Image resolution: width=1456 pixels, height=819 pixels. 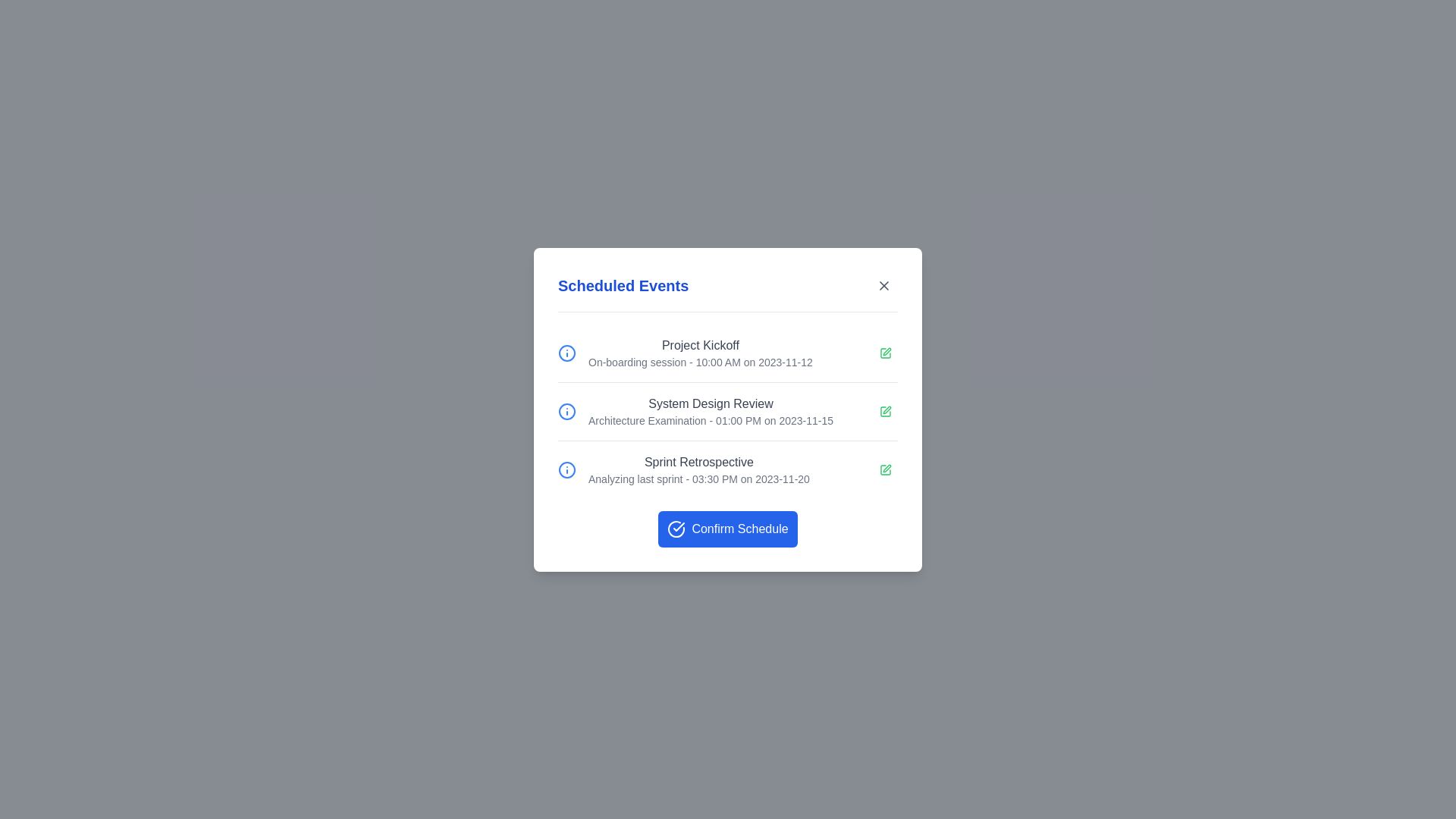 What do you see at coordinates (885, 353) in the screenshot?
I see `the interactive element Edit Button for Project Kickoff to observe its hover effect` at bounding box center [885, 353].